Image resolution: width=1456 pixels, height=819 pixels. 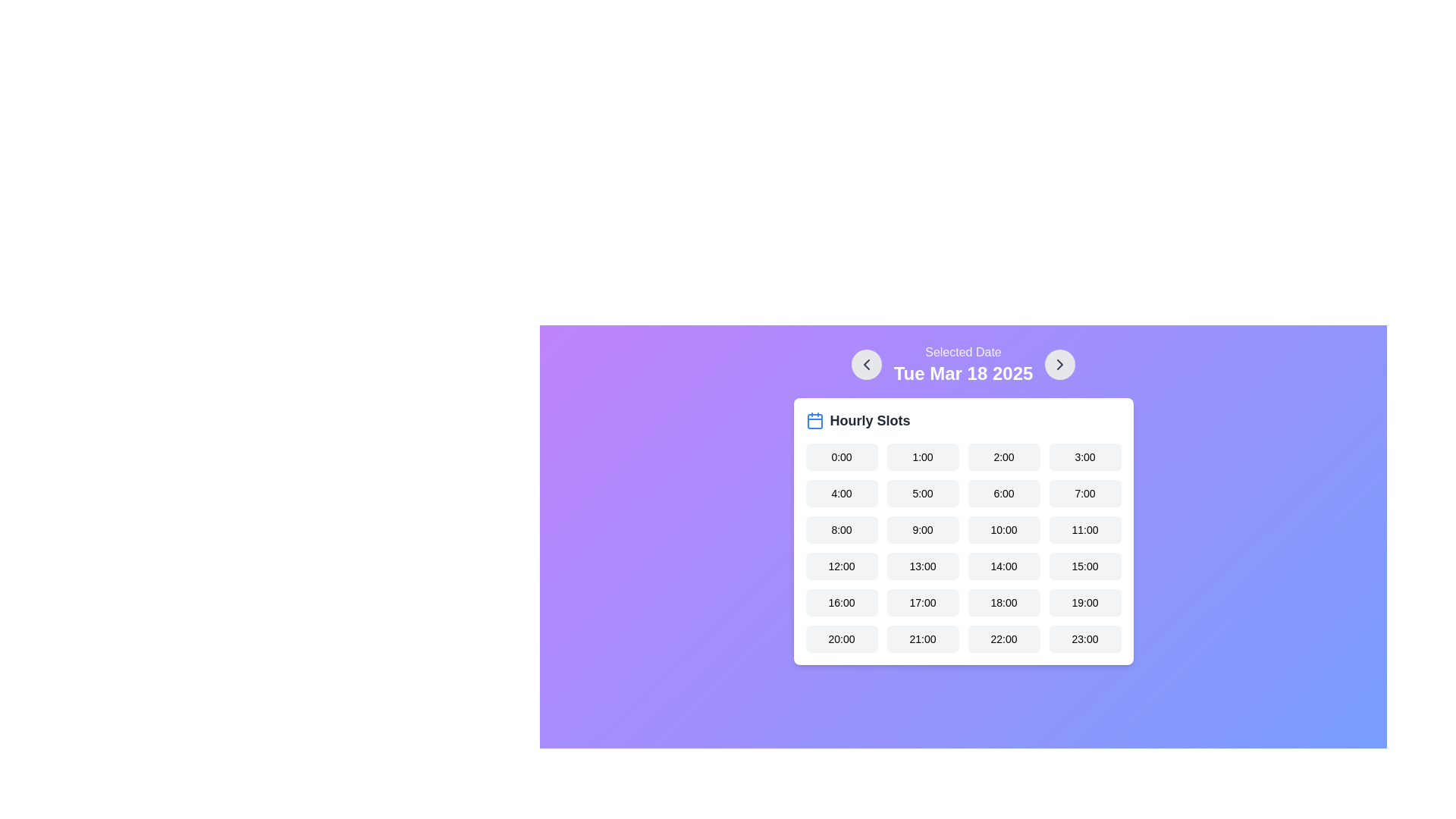 I want to click on the button in the fifth row and second column of the 'Hourly Slots' section, so click(x=922, y=601).